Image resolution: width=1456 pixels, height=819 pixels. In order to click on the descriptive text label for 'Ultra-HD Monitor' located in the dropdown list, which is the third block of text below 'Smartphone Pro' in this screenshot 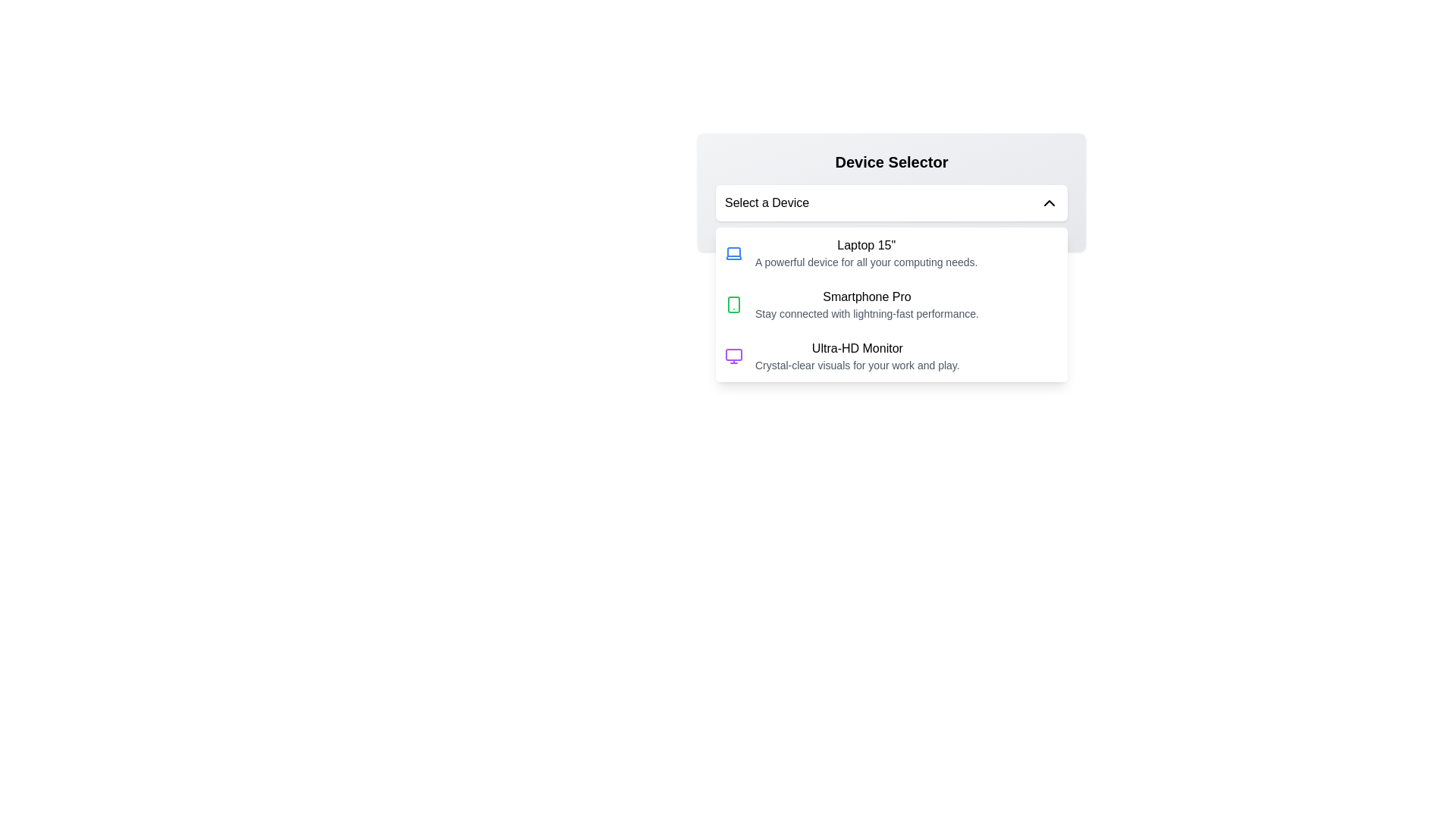, I will do `click(857, 366)`.